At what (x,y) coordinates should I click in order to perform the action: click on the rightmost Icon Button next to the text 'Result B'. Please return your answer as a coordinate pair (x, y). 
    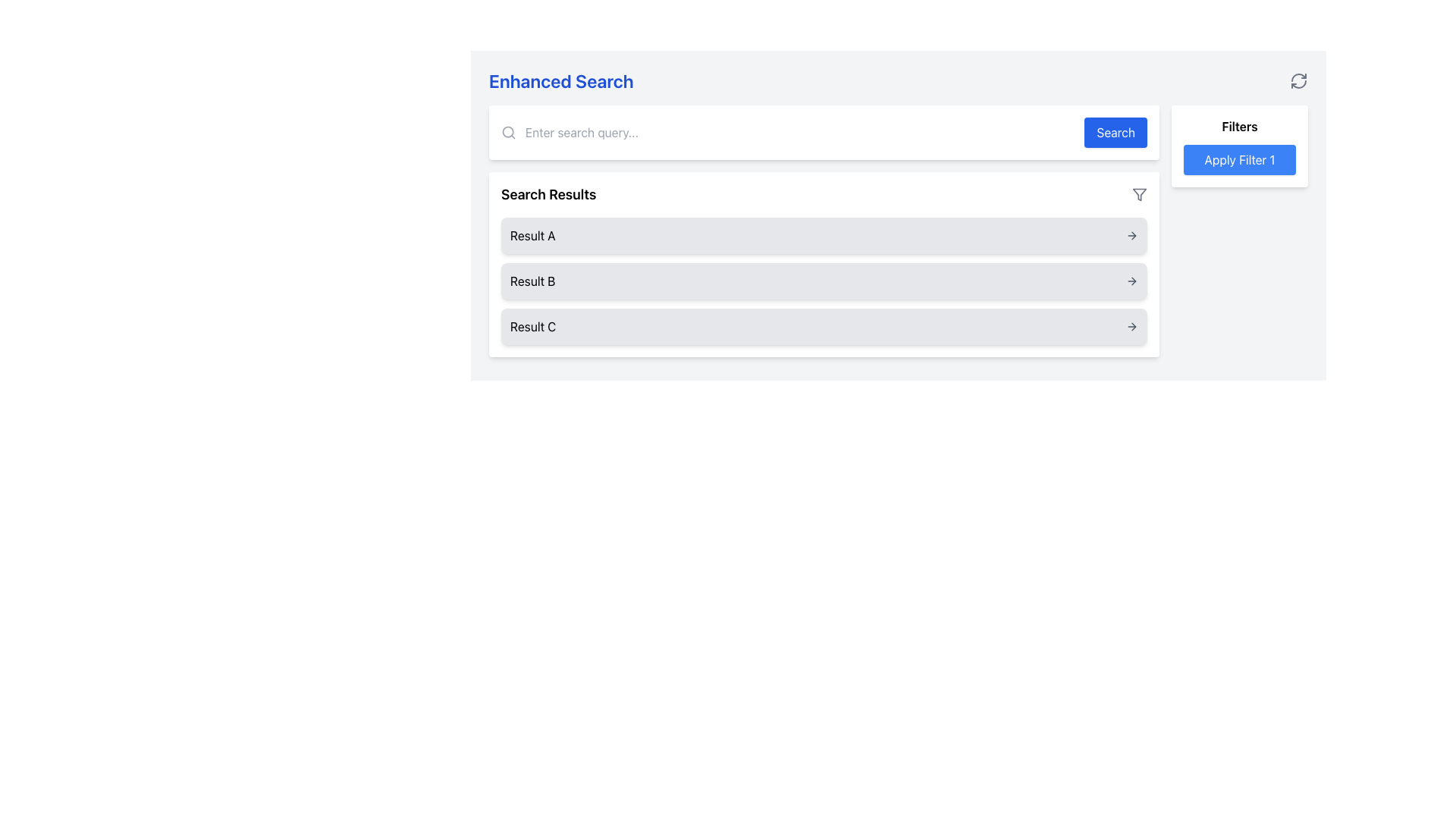
    Looking at the image, I should click on (1131, 281).